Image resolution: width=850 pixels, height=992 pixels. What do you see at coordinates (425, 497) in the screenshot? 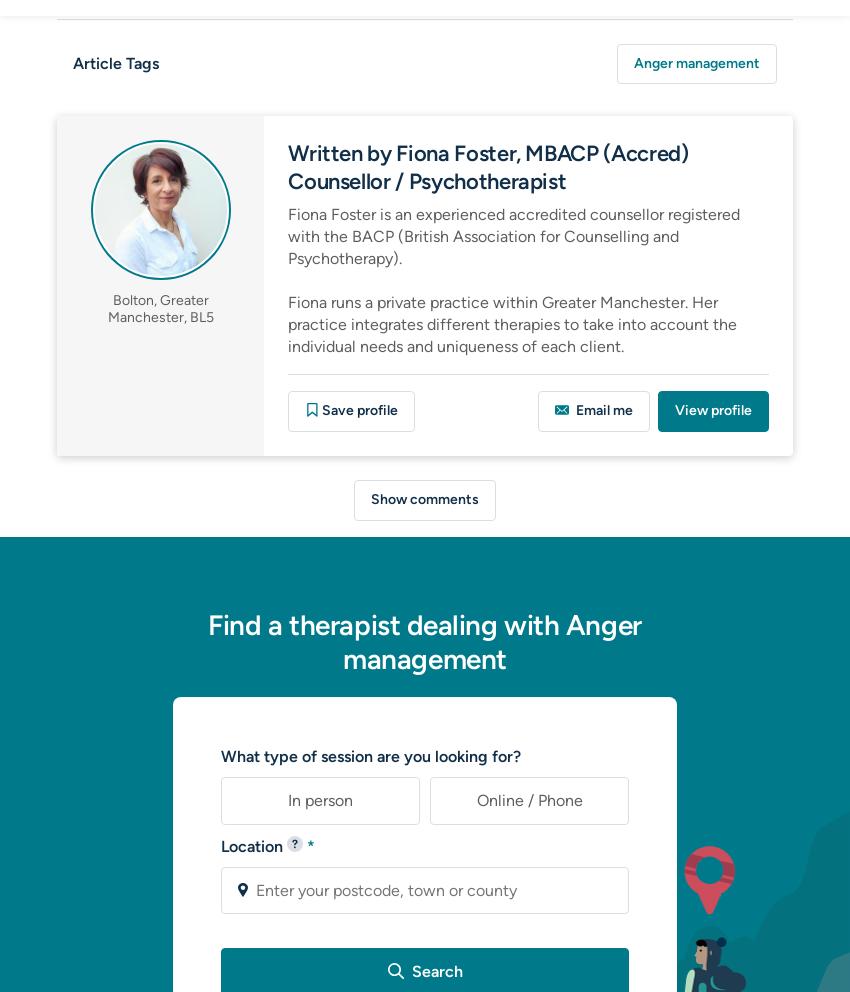
I see `'Show comments'` at bounding box center [425, 497].